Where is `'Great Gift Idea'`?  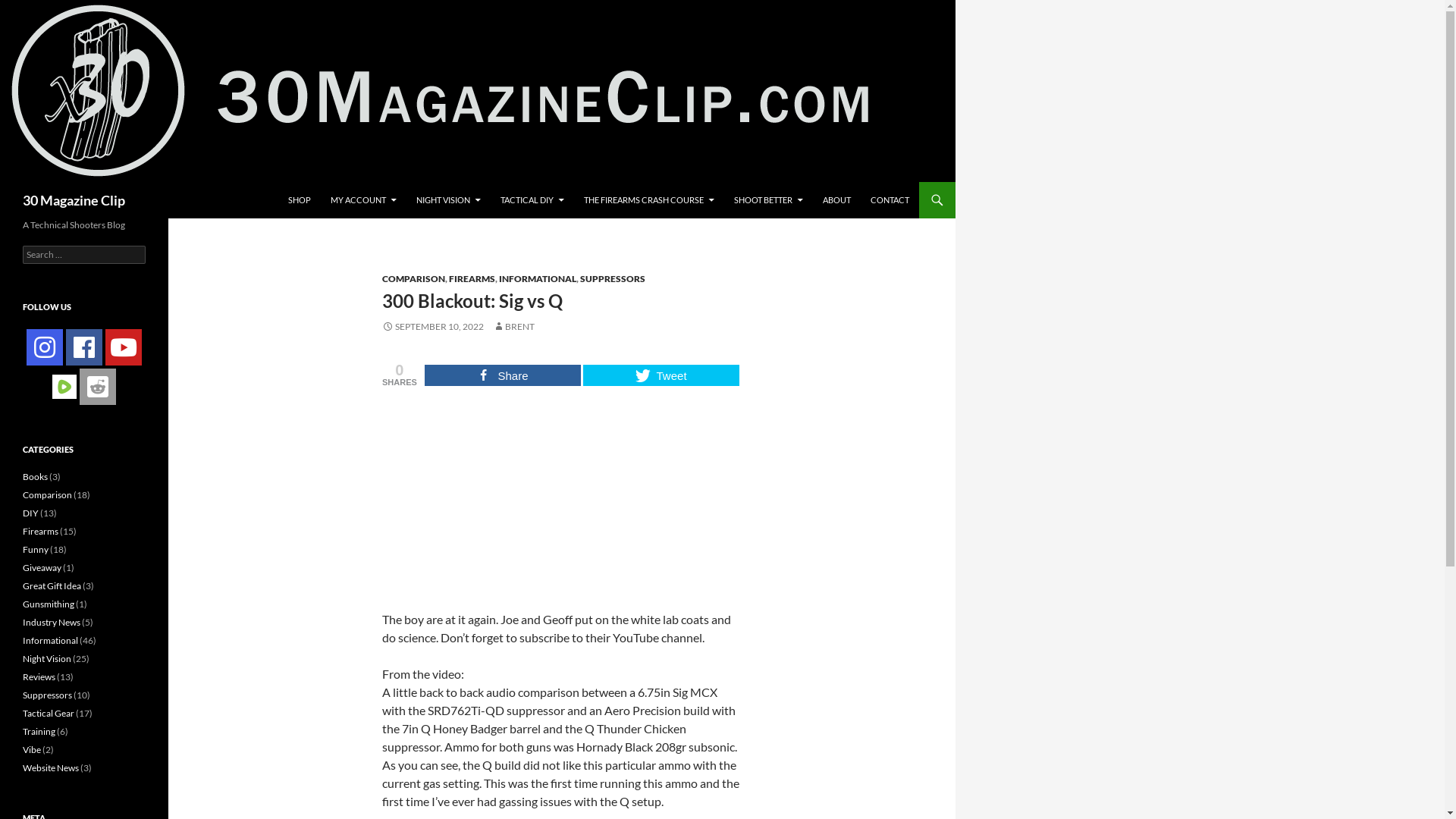 'Great Gift Idea' is located at coordinates (22, 585).